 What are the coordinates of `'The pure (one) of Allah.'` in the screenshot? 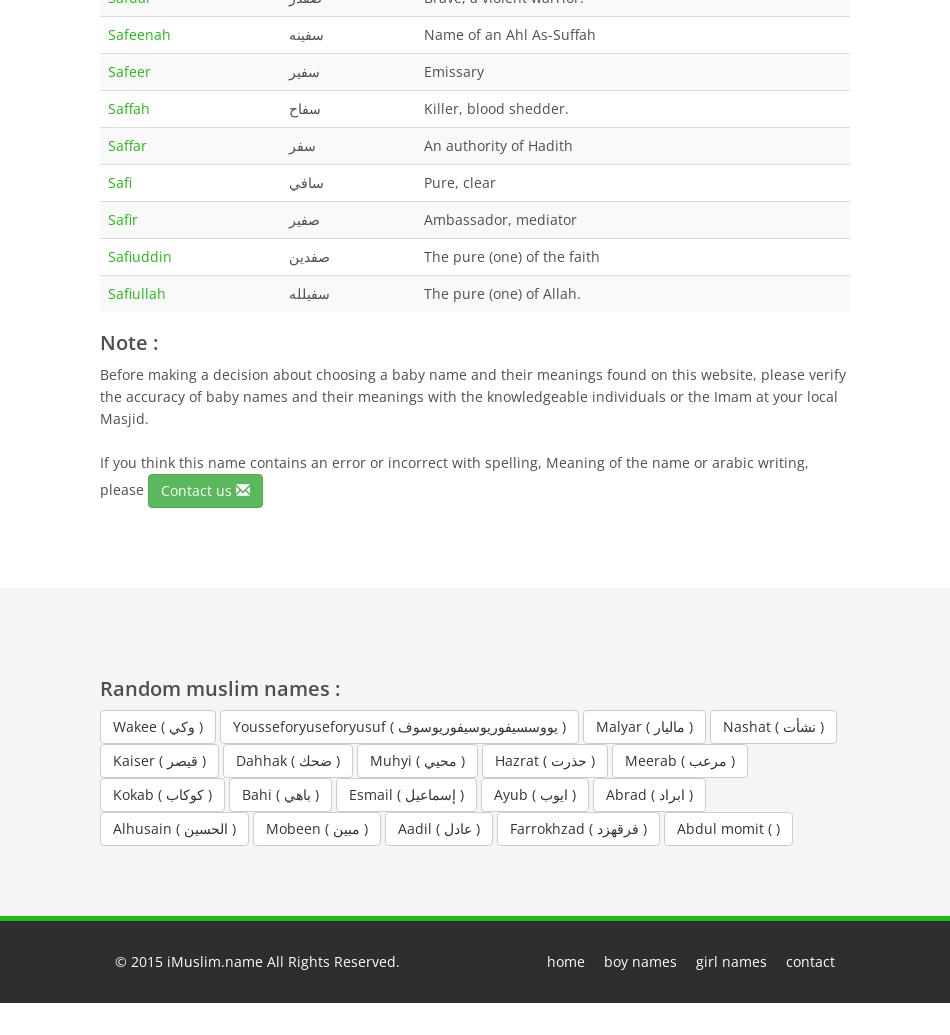 It's located at (502, 292).